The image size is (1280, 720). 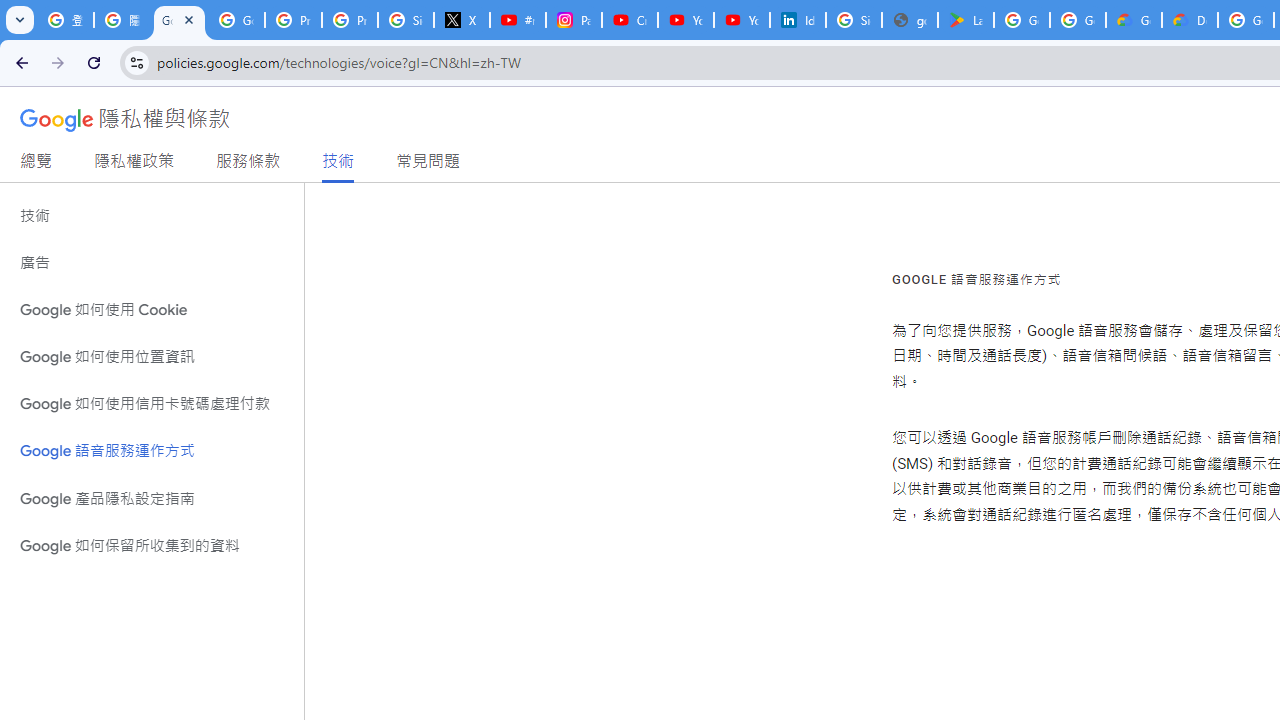 I want to click on 'Privacy Help Center - Policies Help', so click(x=350, y=20).